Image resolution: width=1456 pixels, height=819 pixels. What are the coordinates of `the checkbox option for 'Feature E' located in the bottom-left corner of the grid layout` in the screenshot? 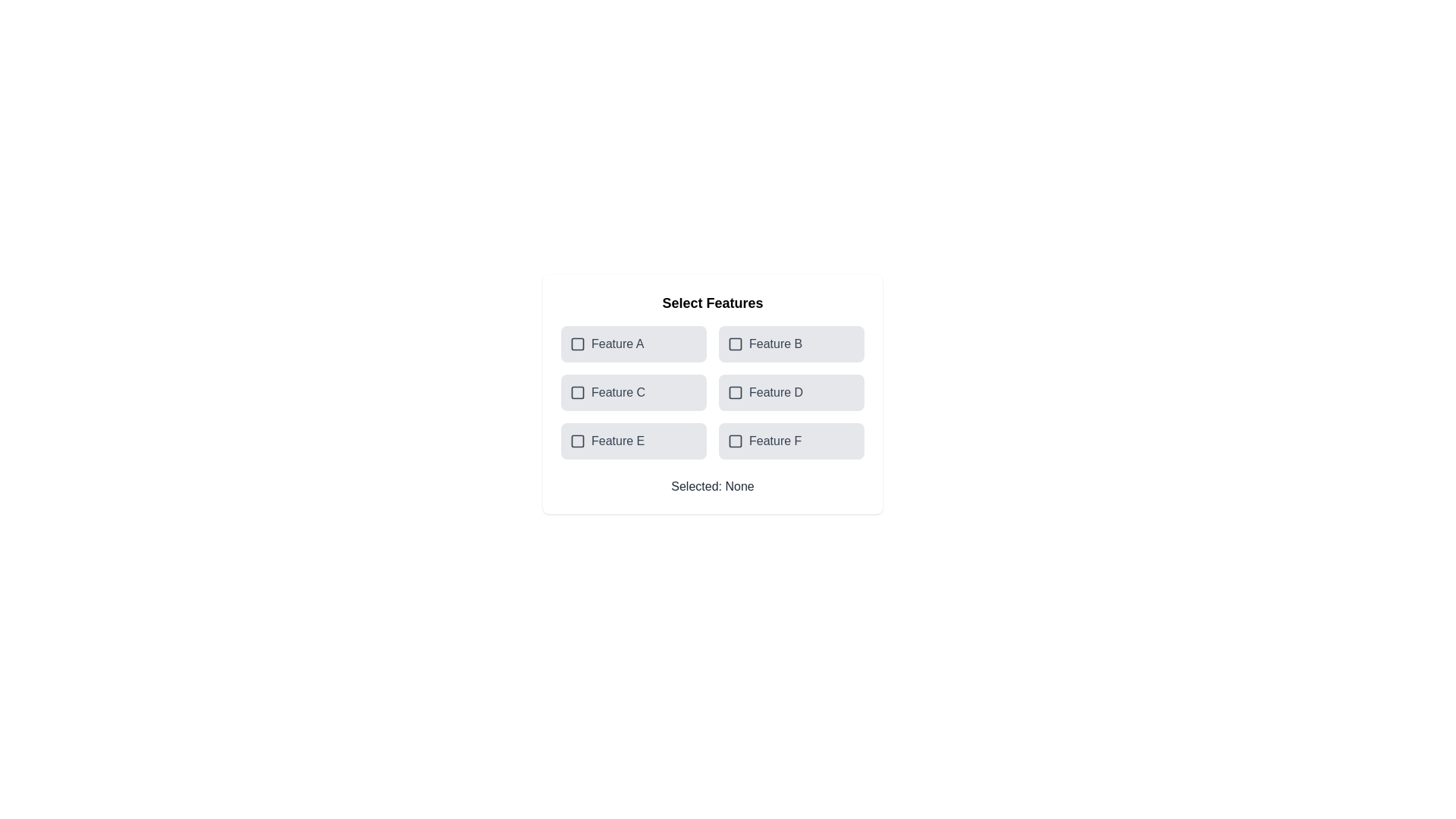 It's located at (633, 441).